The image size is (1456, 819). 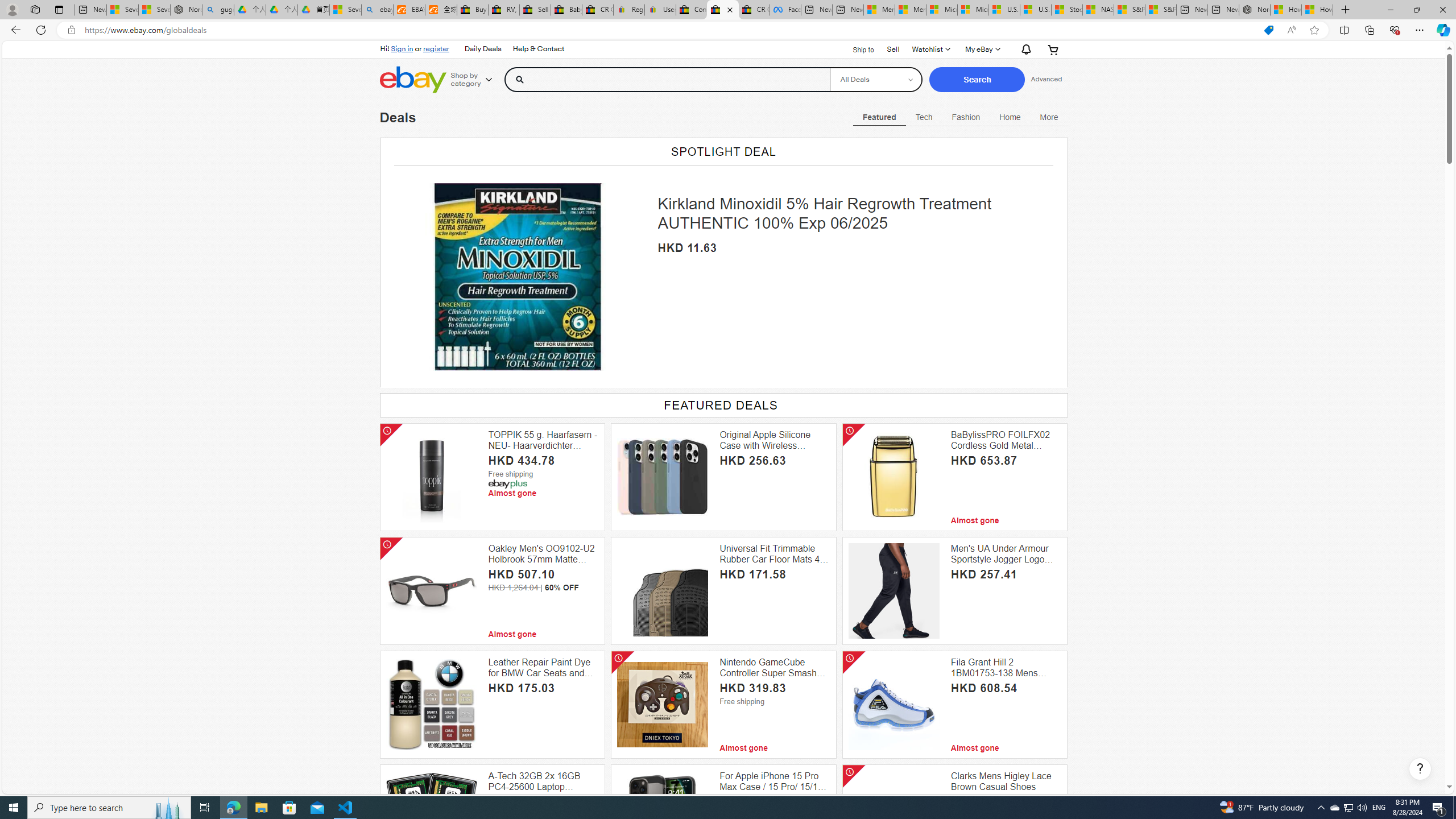 I want to click on 'Fashion', so click(x=965, y=116).